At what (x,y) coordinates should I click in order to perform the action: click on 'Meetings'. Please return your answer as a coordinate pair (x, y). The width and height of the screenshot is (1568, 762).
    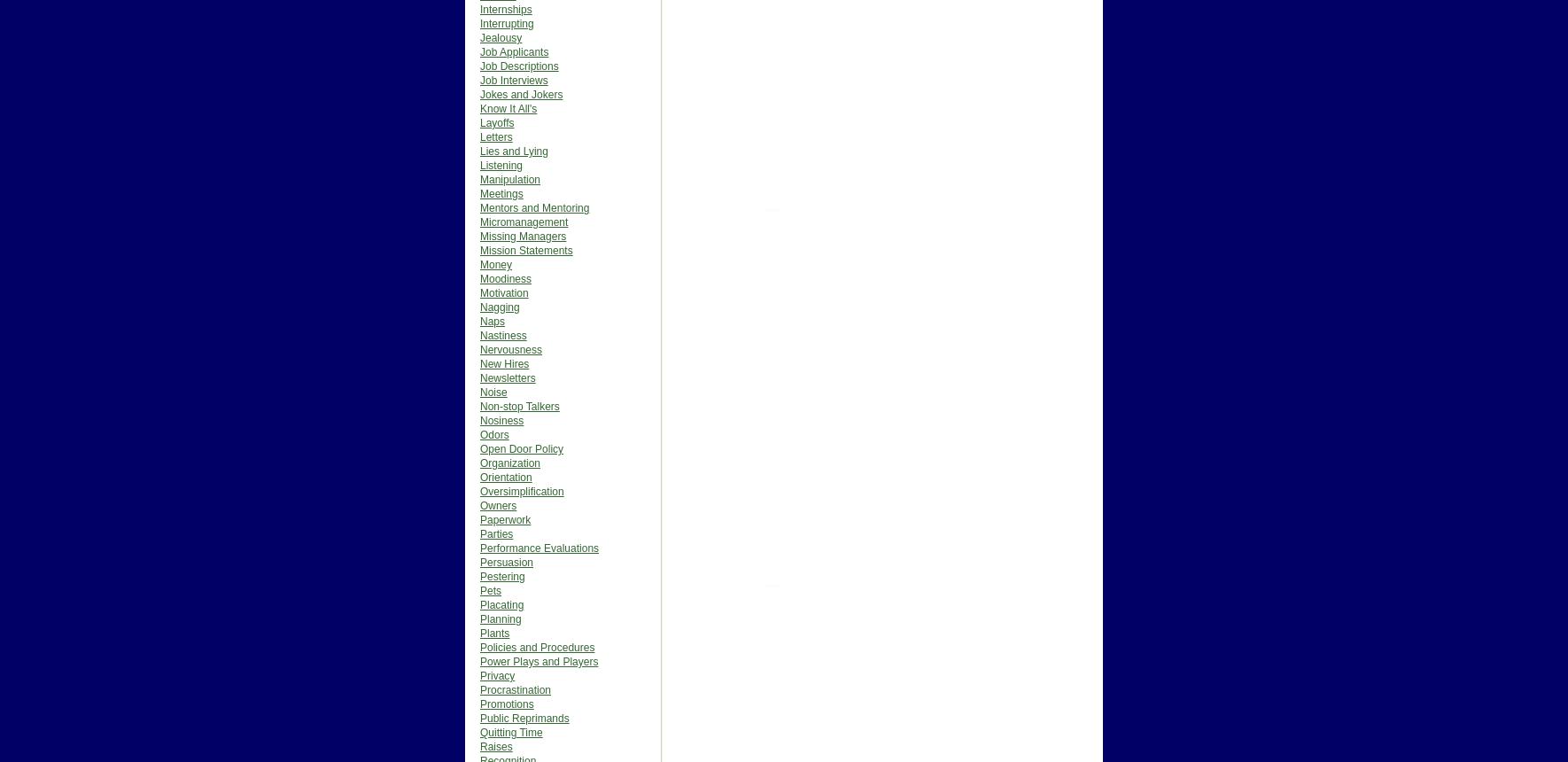
    Looking at the image, I should click on (501, 194).